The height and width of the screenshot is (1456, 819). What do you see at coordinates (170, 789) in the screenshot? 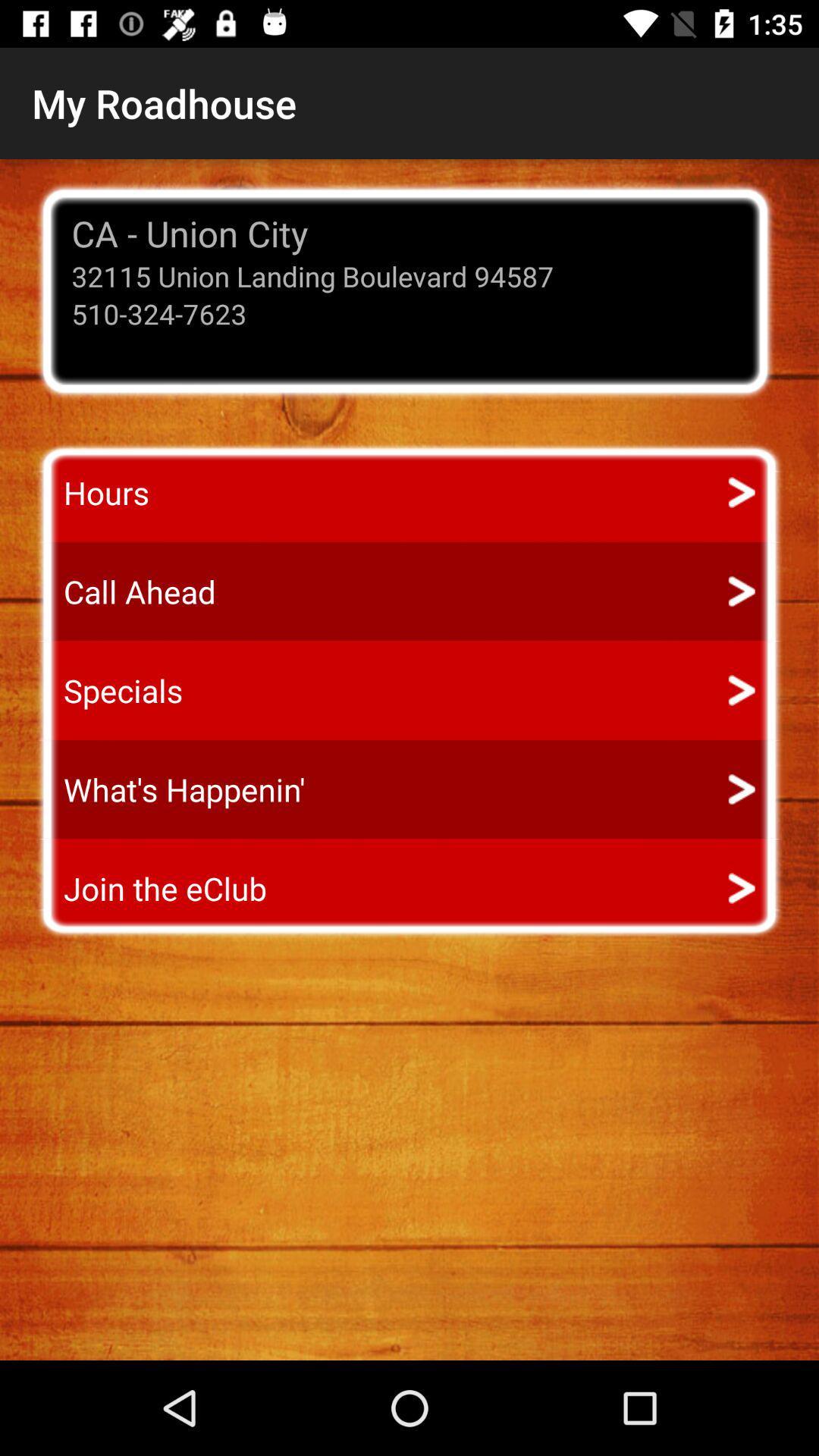
I see `item above join the eclub icon` at bounding box center [170, 789].